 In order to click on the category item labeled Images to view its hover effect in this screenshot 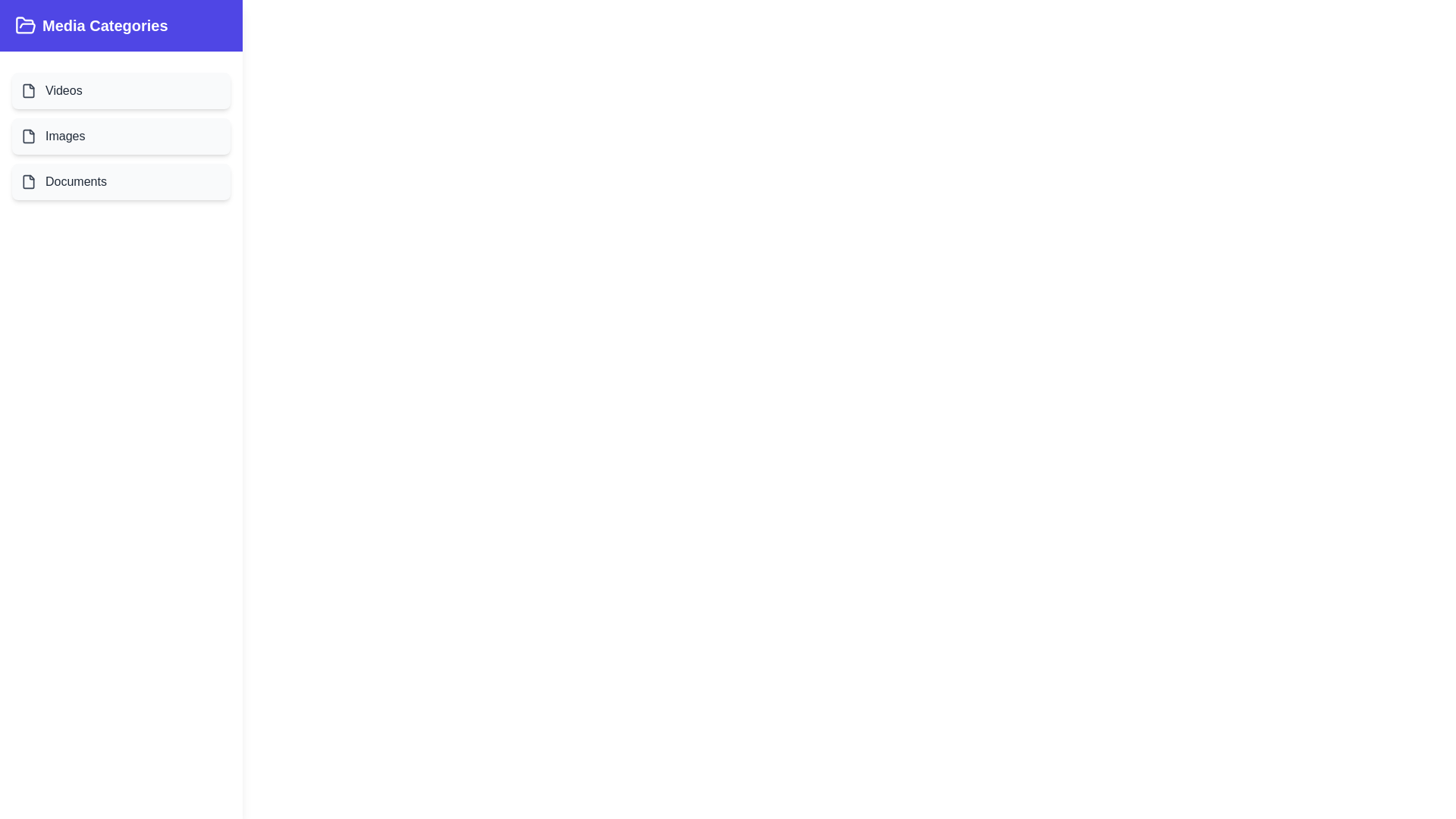, I will do `click(120, 136)`.